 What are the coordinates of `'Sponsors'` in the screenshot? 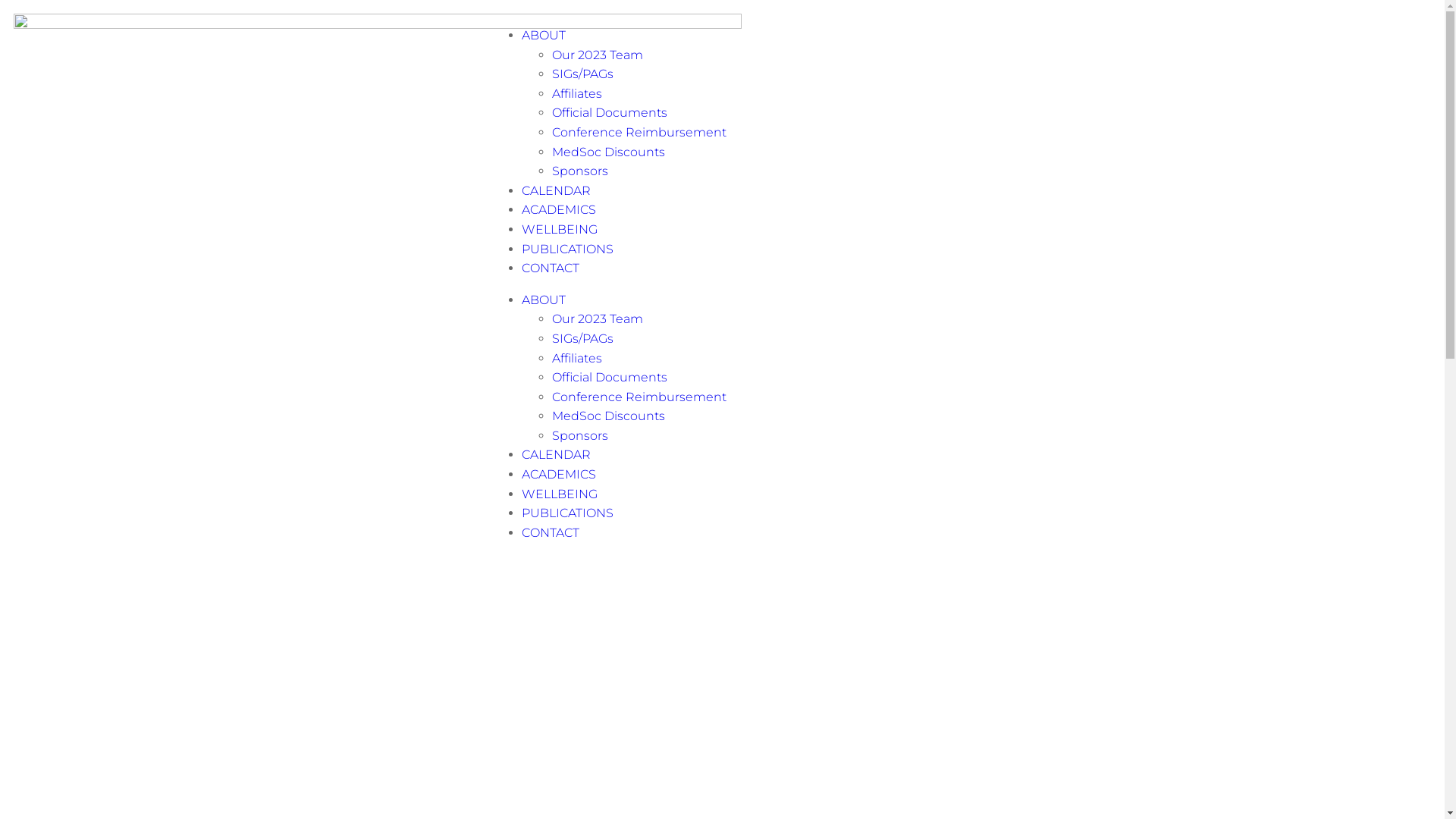 It's located at (579, 171).